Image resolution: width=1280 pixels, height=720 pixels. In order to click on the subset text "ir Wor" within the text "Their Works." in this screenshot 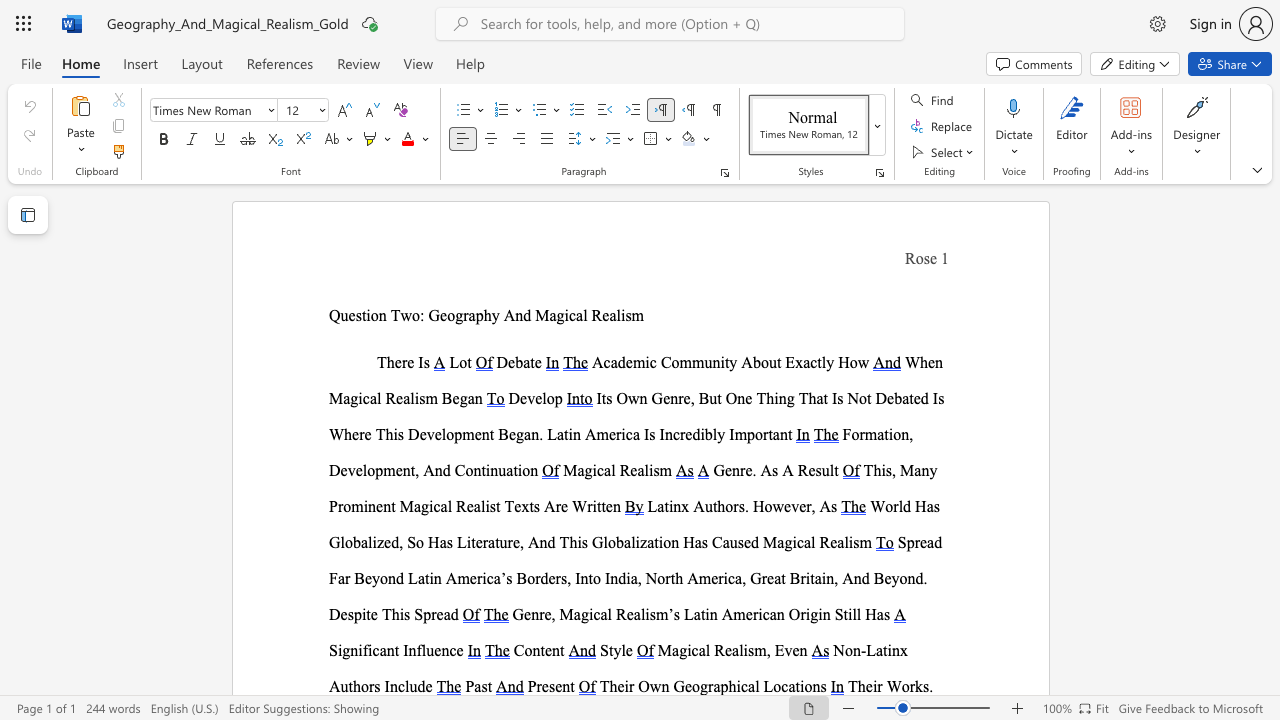, I will do `click(872, 685)`.